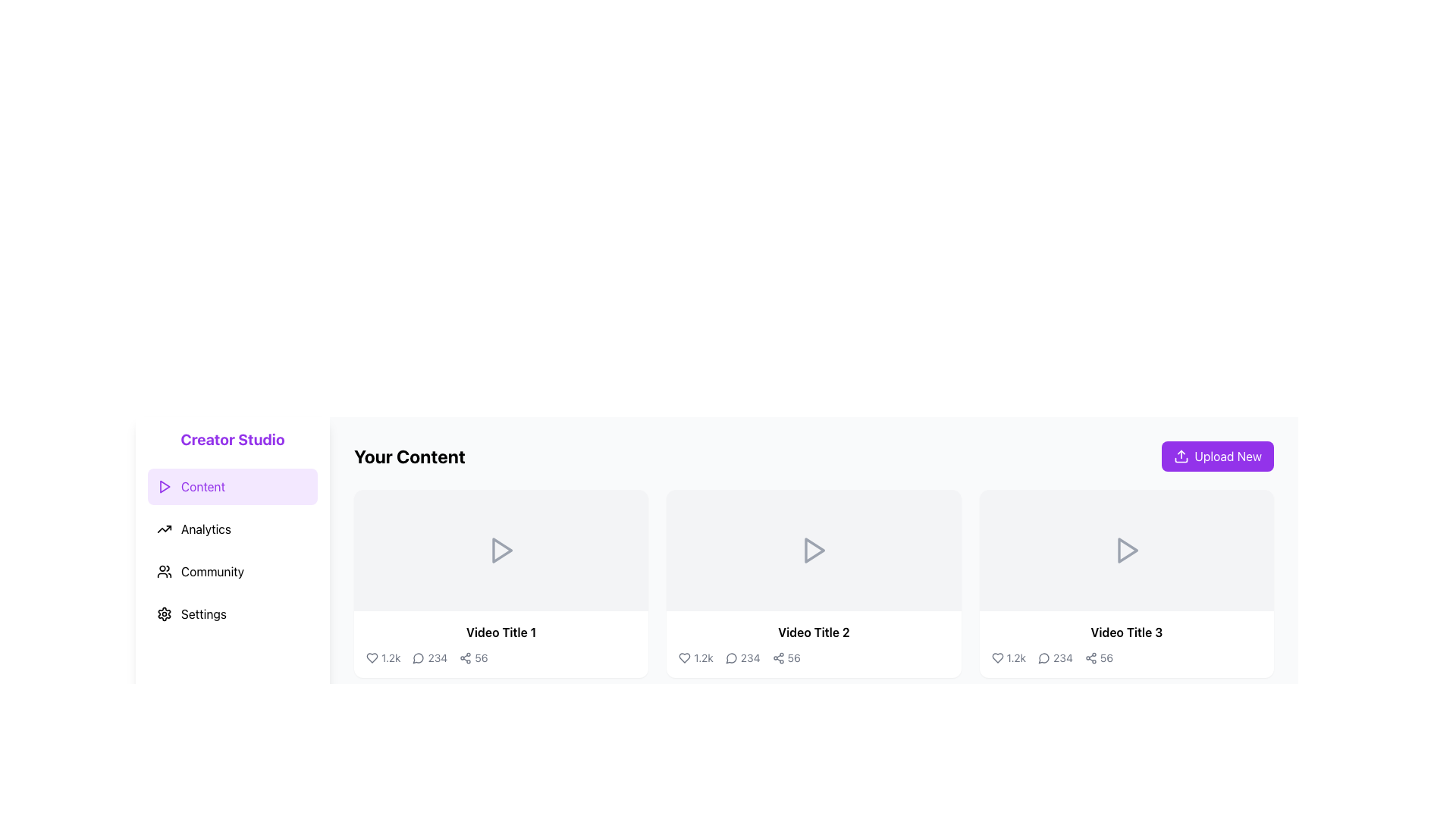 The width and height of the screenshot is (1456, 819). What do you see at coordinates (164, 614) in the screenshot?
I see `the settings icon located on the left side of the interface, which enhances the settings option and indicates its configuration purpose` at bounding box center [164, 614].